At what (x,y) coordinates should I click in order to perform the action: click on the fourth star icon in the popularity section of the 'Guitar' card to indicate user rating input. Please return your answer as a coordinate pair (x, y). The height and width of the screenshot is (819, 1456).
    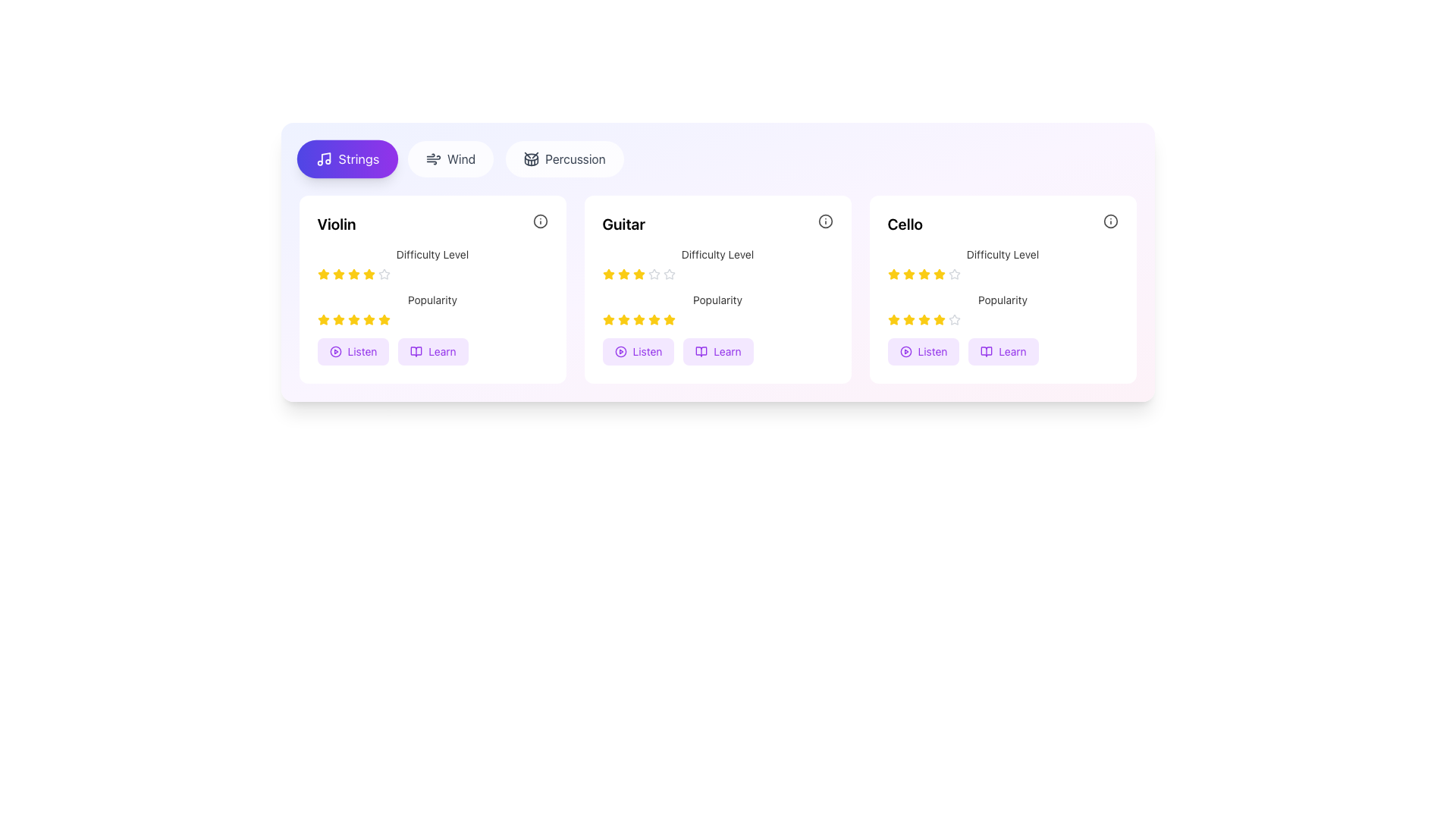
    Looking at the image, I should click on (654, 318).